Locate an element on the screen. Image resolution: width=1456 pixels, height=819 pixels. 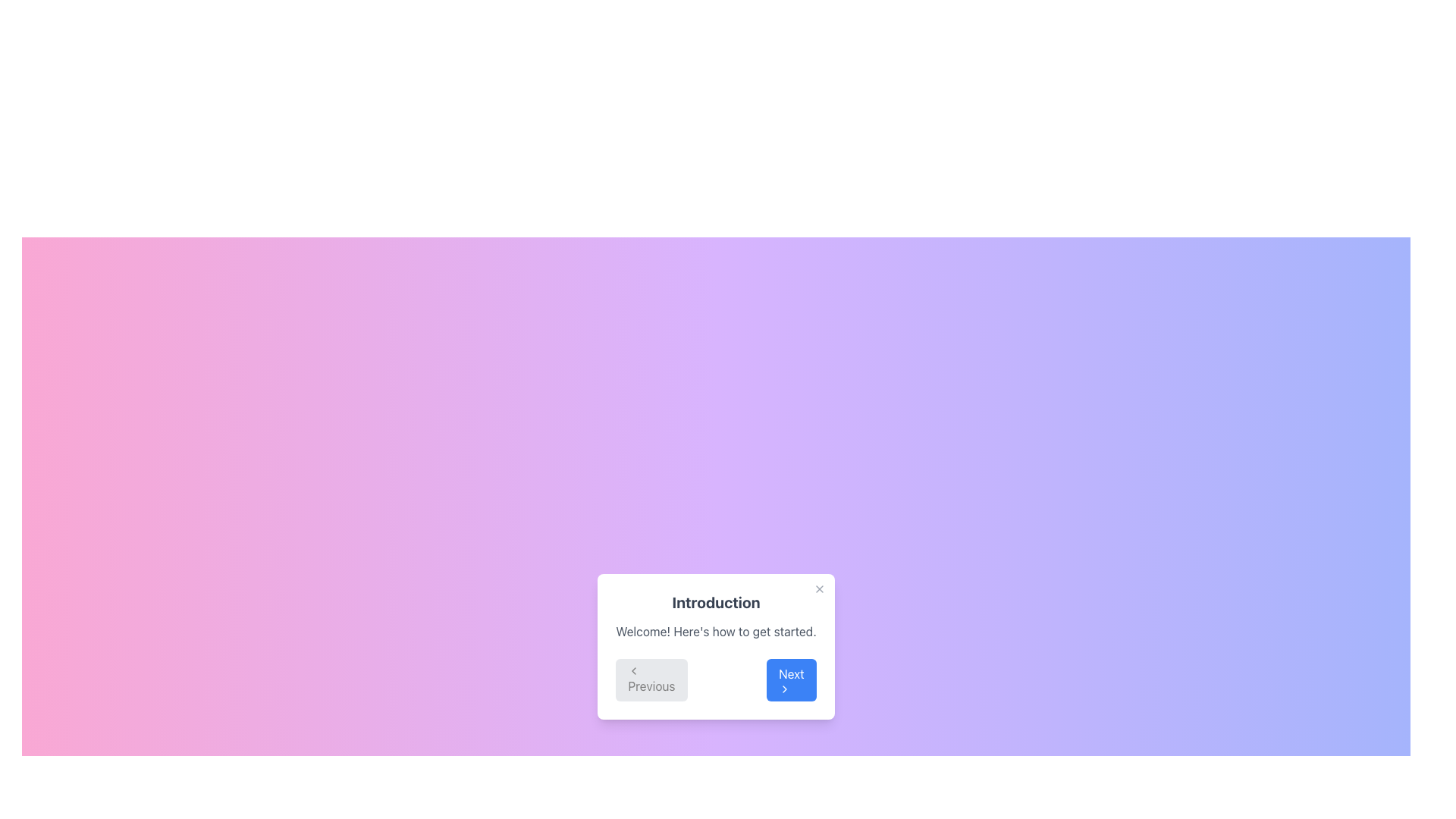
the close button with an 'X' symbol located in the top-right corner of the dialog box is located at coordinates (818, 588).